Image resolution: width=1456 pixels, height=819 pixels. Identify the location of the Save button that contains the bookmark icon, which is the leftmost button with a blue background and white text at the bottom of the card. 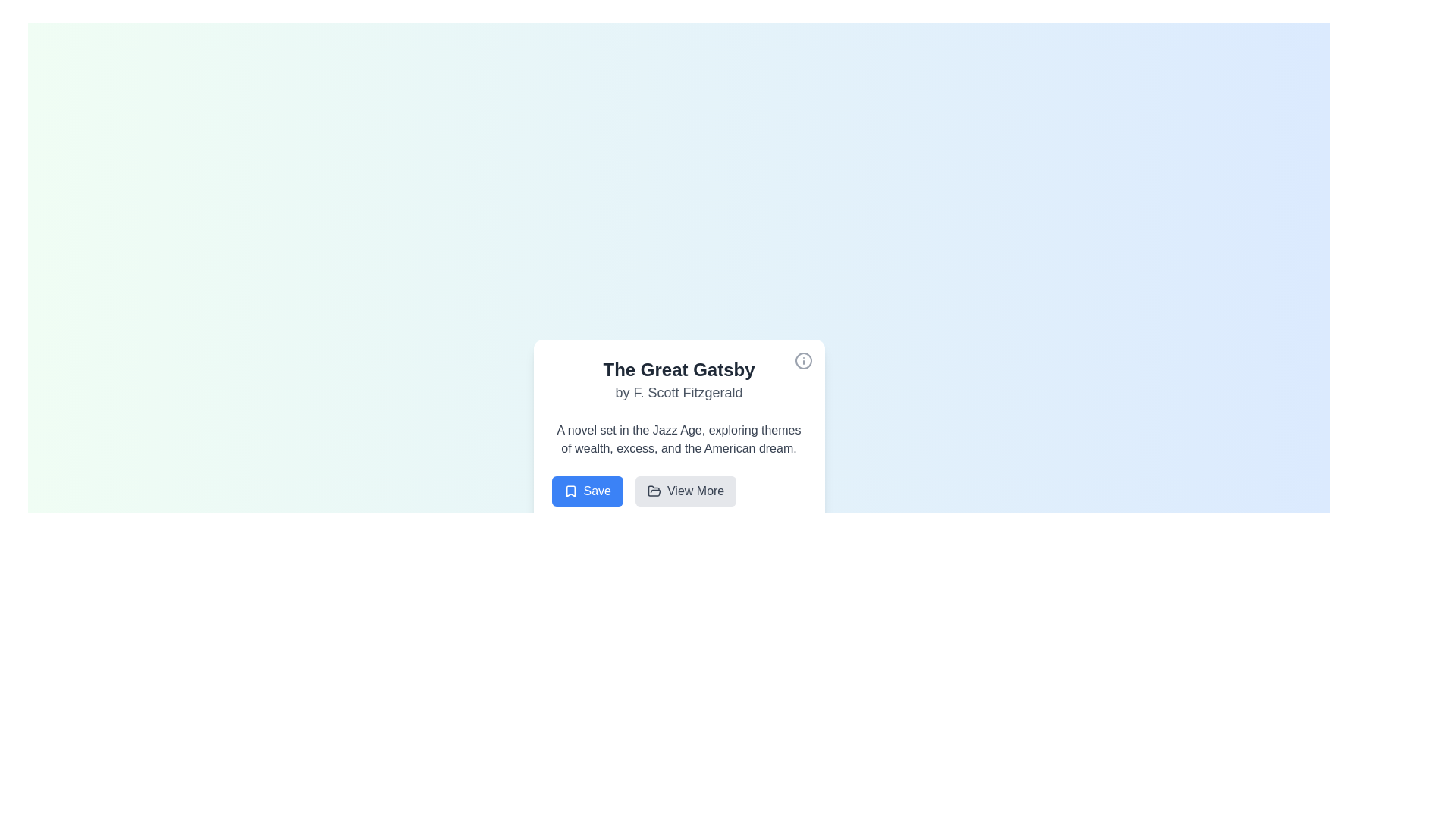
(570, 491).